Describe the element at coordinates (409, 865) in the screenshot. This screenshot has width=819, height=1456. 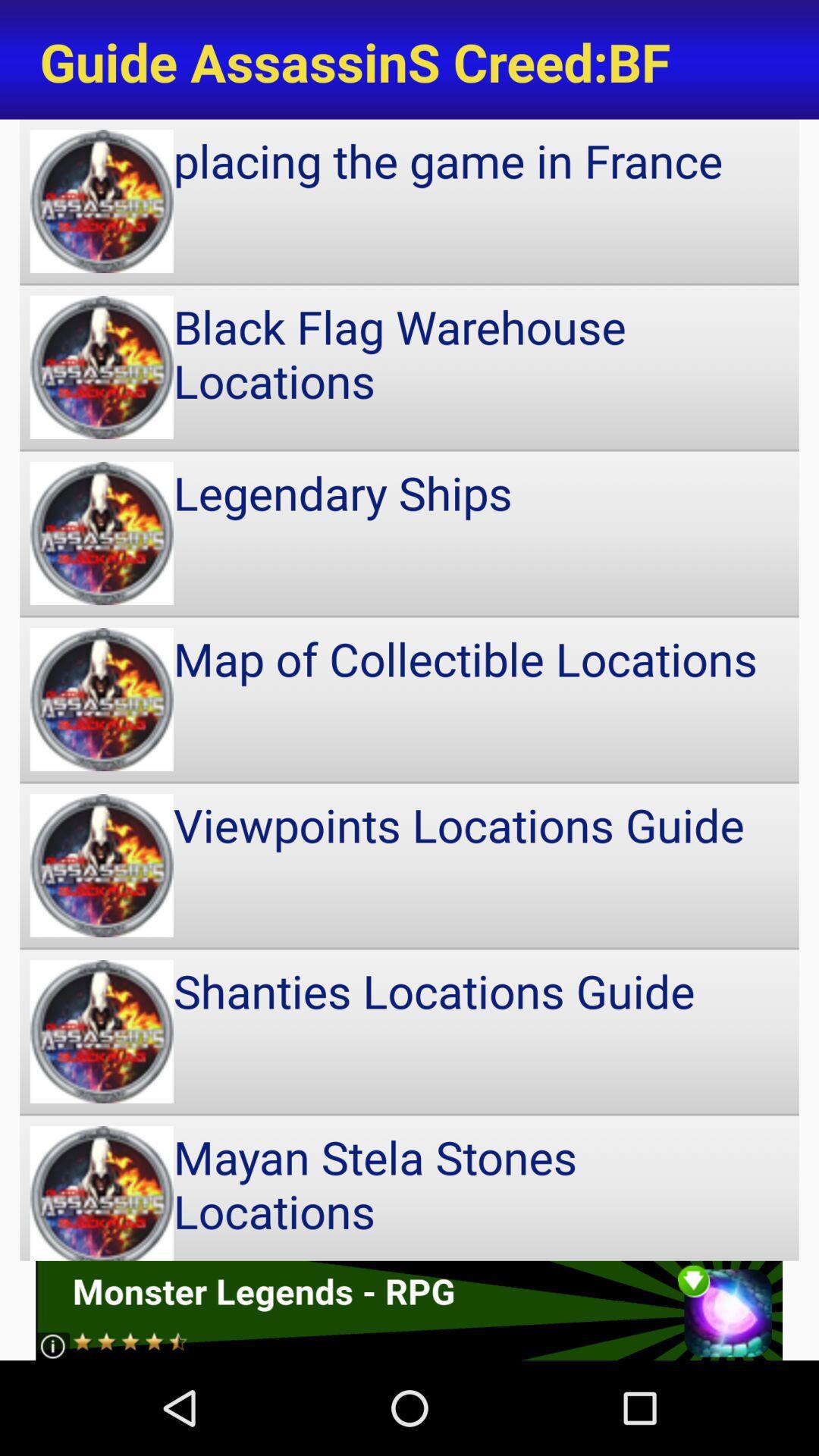
I see `the item above the shanties locations guide` at that location.